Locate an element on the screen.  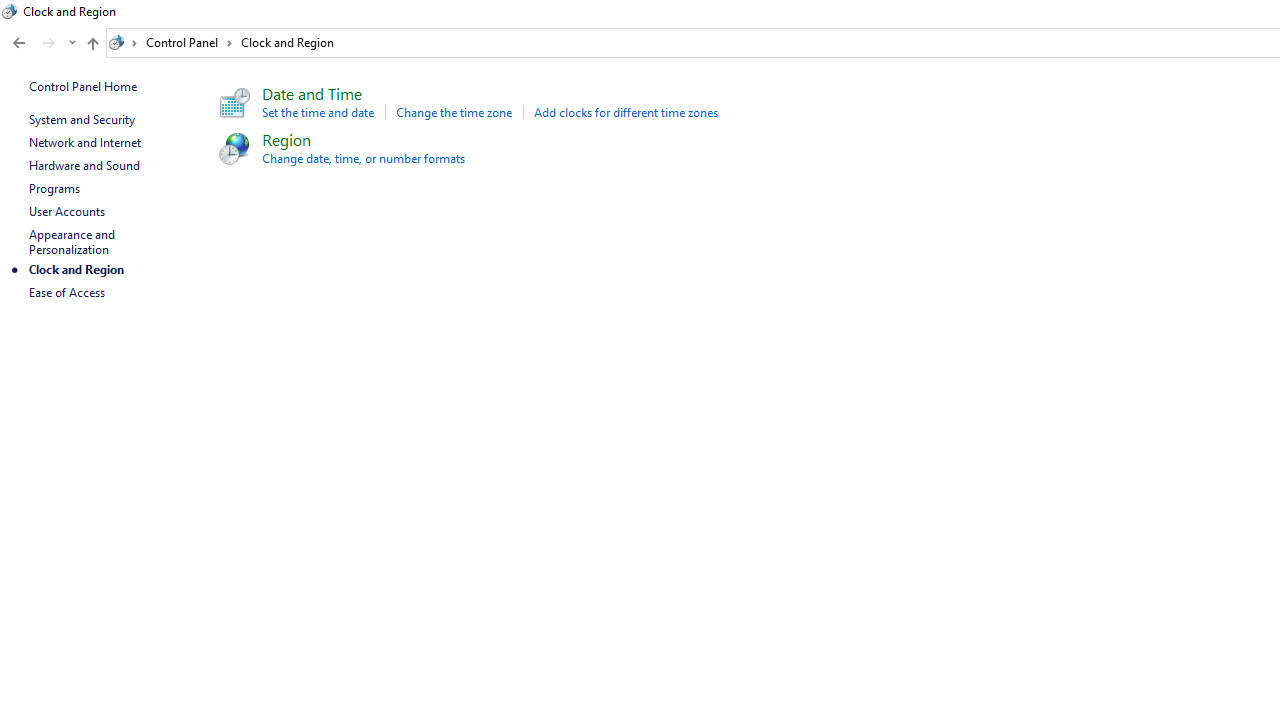
'Control Panel Home' is located at coordinates (82, 85).